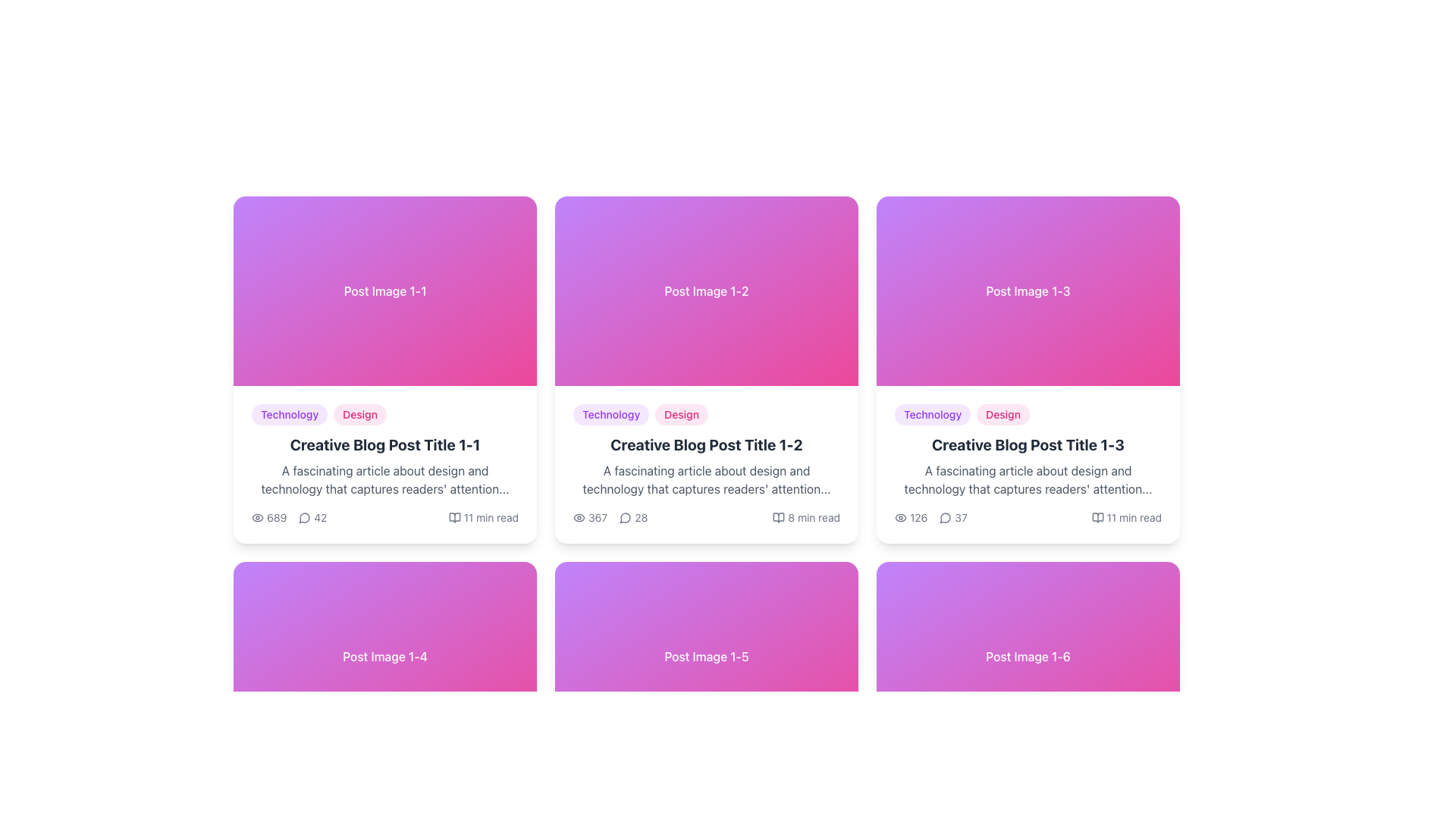 The image size is (1456, 819). I want to click on the static visual header with text that summarizes the blog post content located in the second row and third column of a 2x3 grid layout, so click(705, 656).